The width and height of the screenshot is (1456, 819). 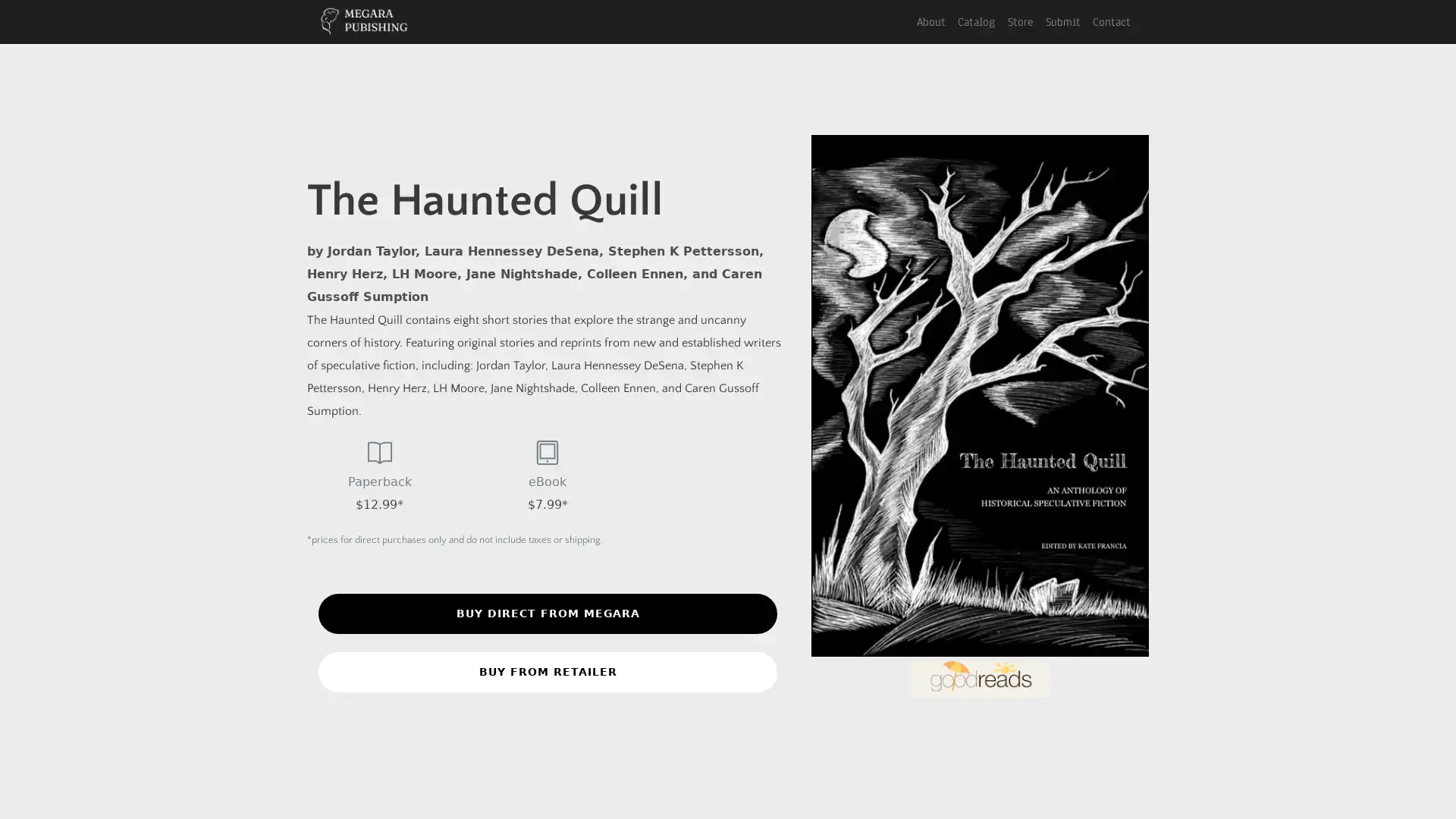 I want to click on BUY DIRECT FROM MEGARA, so click(x=547, y=613).